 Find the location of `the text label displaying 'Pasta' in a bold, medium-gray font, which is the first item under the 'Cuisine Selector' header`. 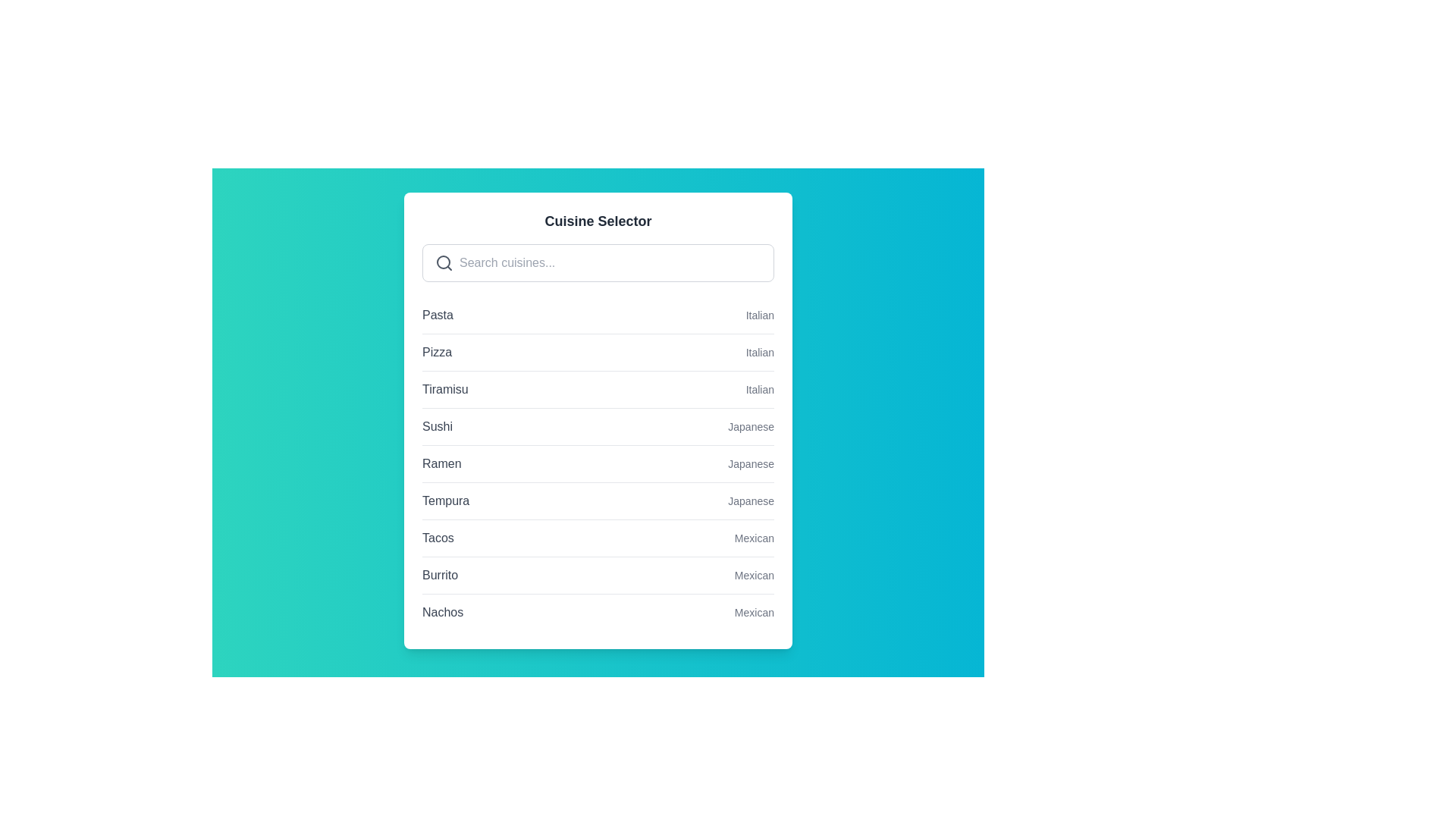

the text label displaying 'Pasta' in a bold, medium-gray font, which is the first item under the 'Cuisine Selector' header is located at coordinates (437, 315).